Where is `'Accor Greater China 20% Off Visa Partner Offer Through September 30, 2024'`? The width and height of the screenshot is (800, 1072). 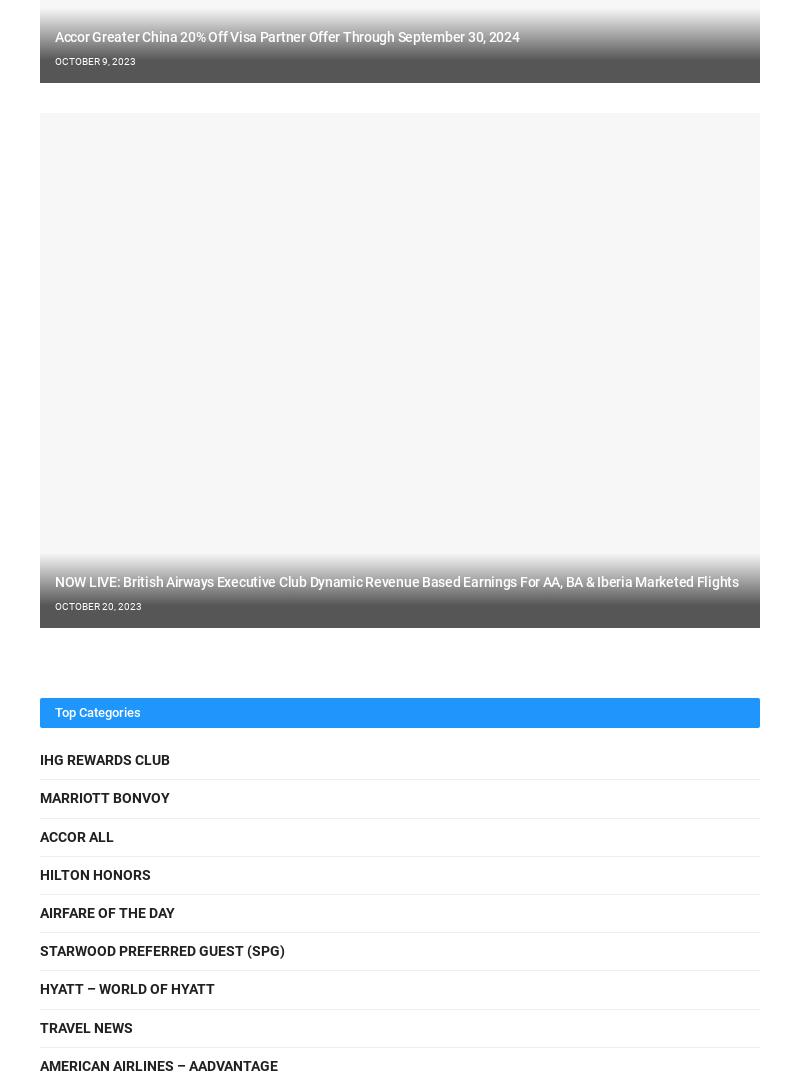
'Accor Greater China 20% Off Visa Partner Offer Through September 30, 2024' is located at coordinates (287, 35).